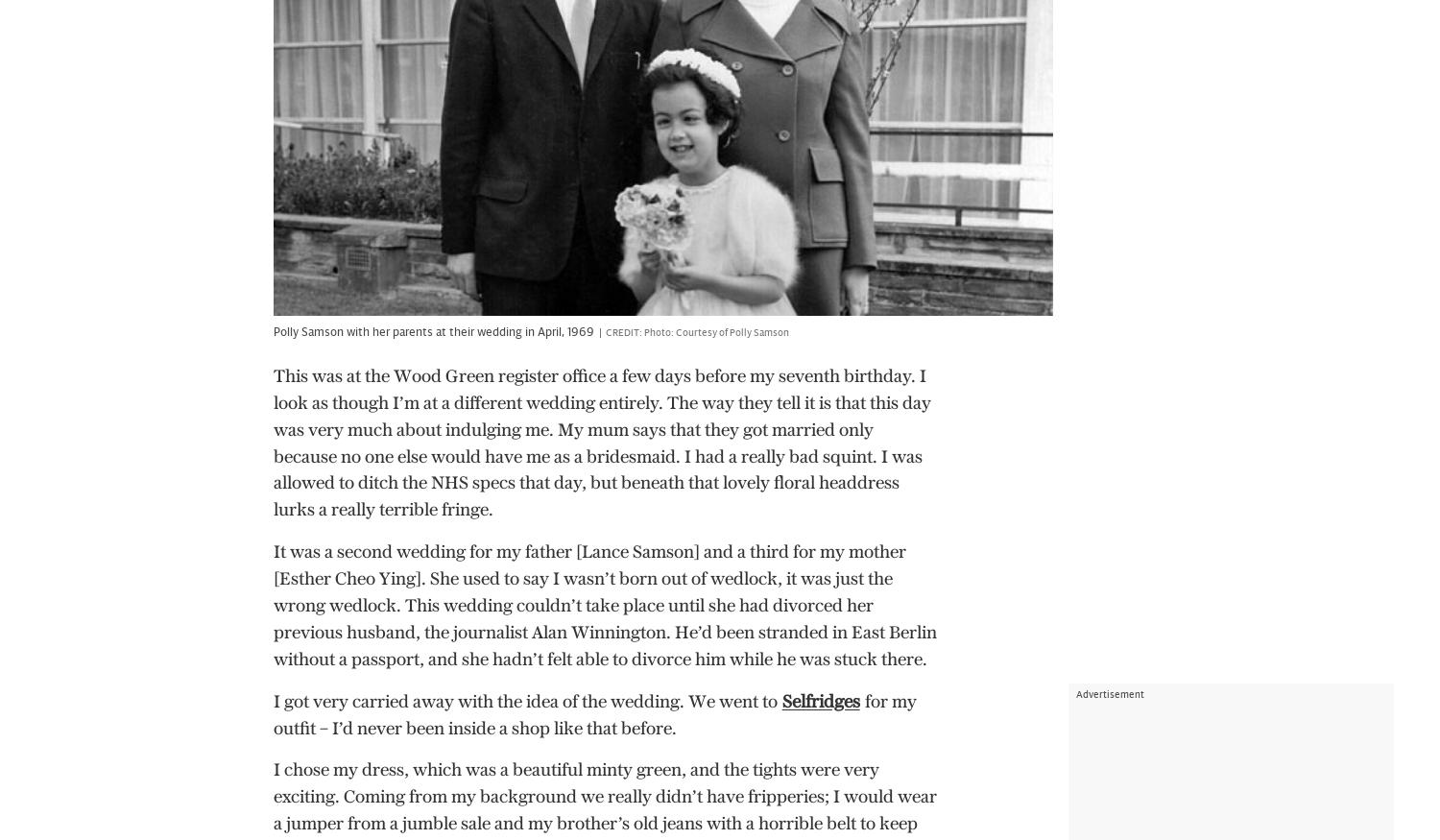 The height and width of the screenshot is (840, 1440). I want to click on 'Broadband and Mobile Deals', so click(986, 672).